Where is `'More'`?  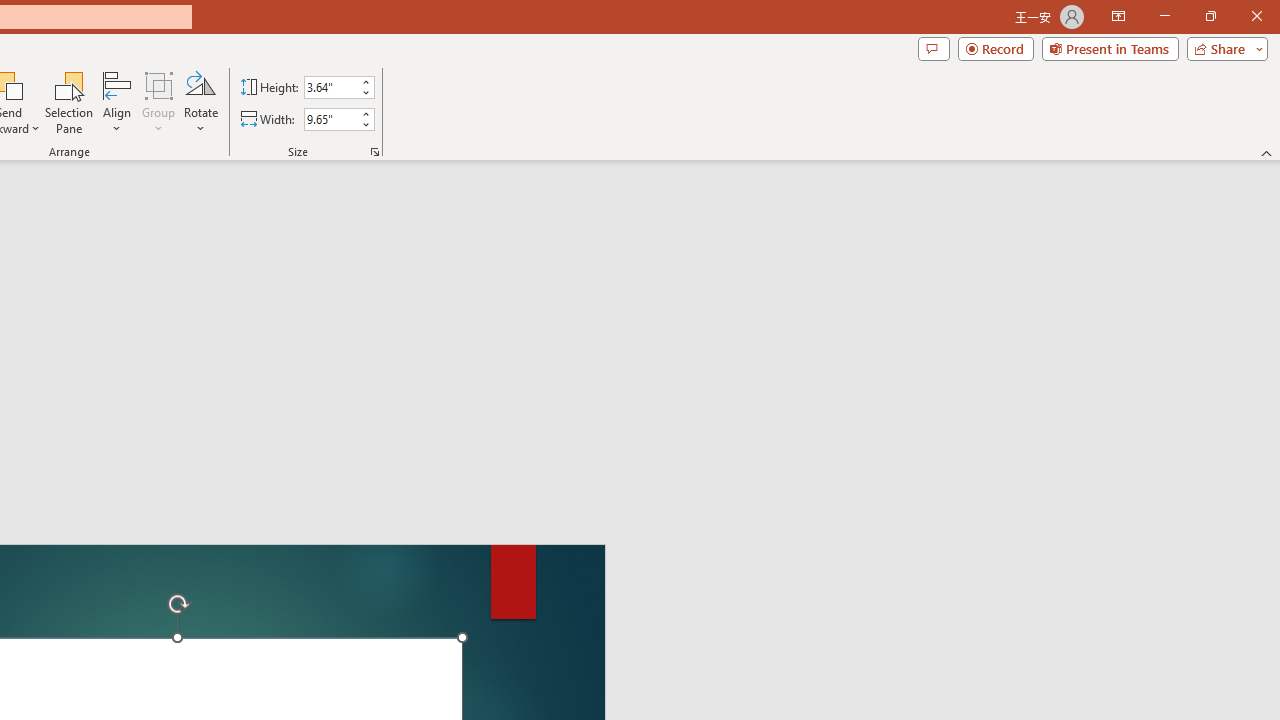 'More' is located at coordinates (365, 113).